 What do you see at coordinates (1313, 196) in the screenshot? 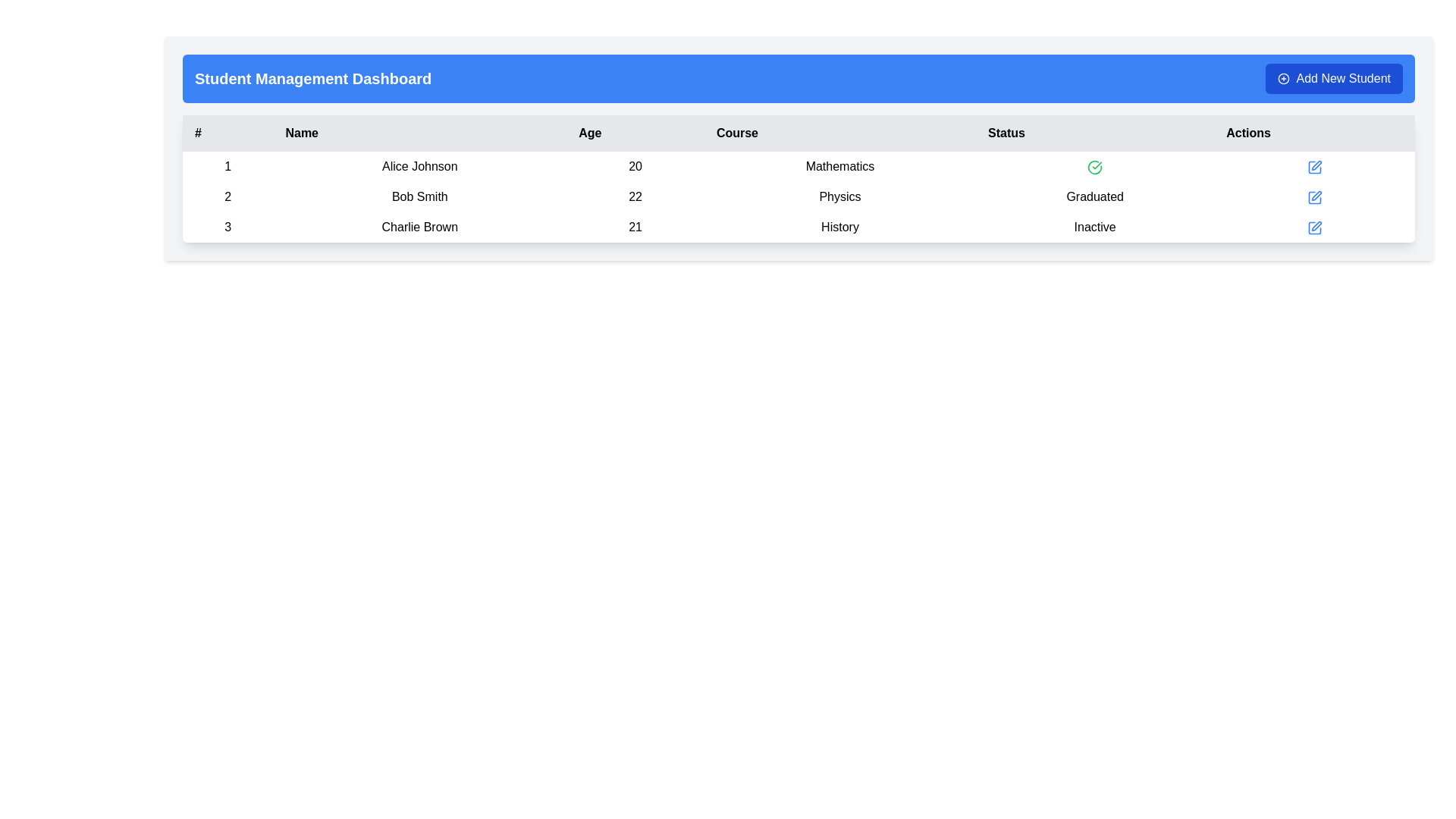
I see `the second action icon in the 'Actions' column of the table row, which is positioned to the right of the edit icon` at bounding box center [1313, 196].